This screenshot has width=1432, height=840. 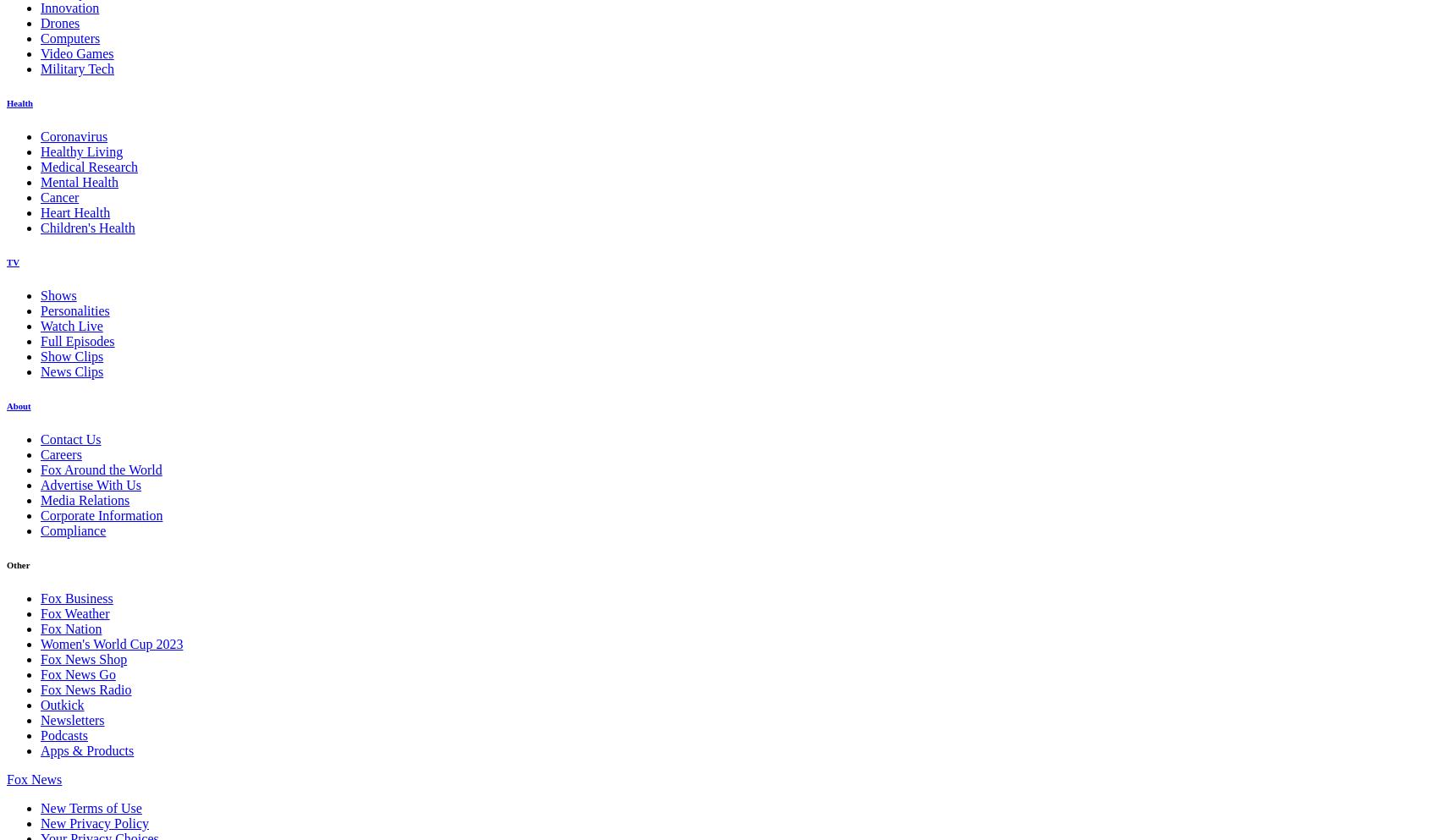 I want to click on 'Military Tech', so click(x=77, y=68).